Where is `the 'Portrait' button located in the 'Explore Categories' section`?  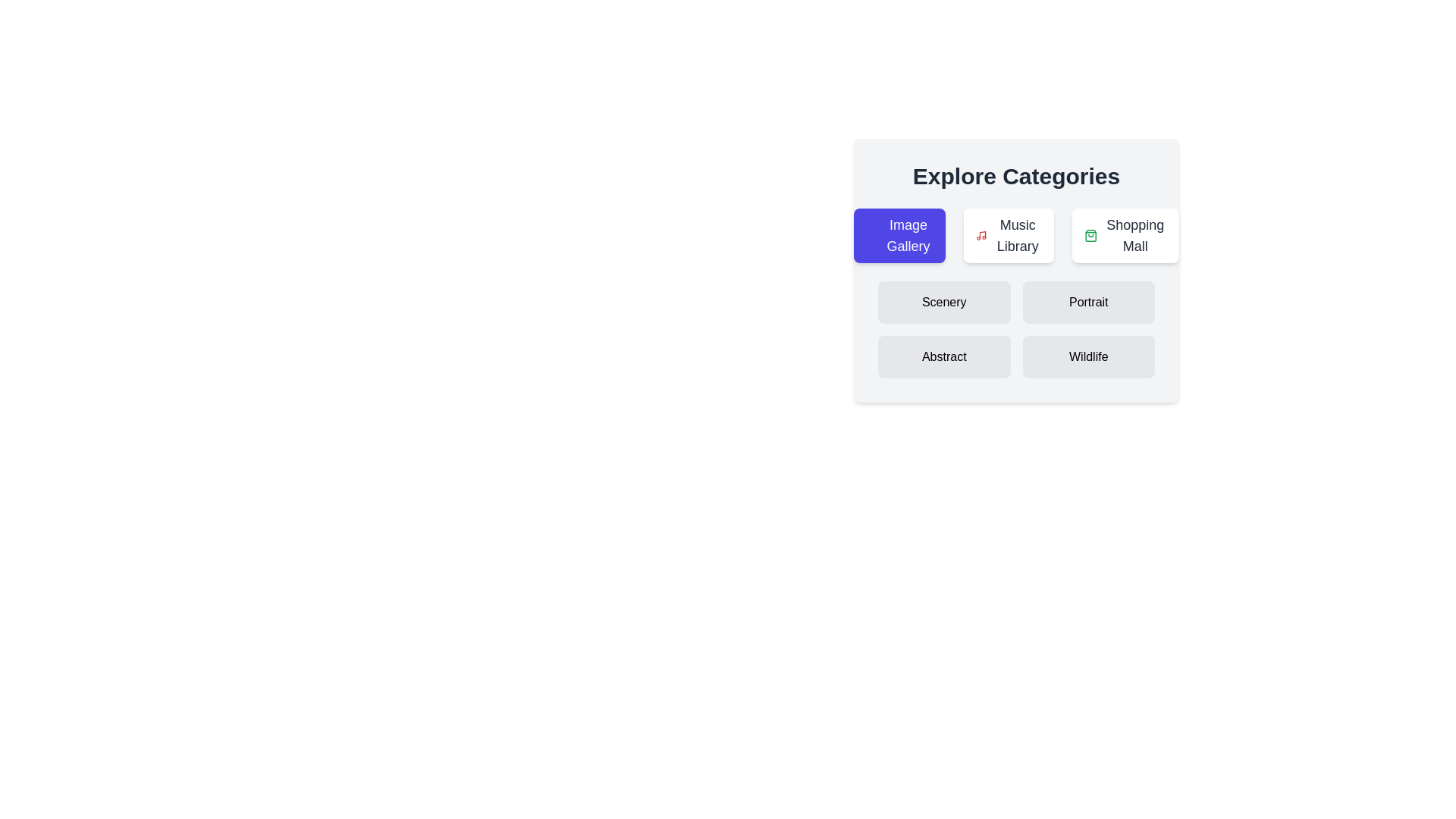 the 'Portrait' button located in the 'Explore Categories' section is located at coordinates (1087, 302).